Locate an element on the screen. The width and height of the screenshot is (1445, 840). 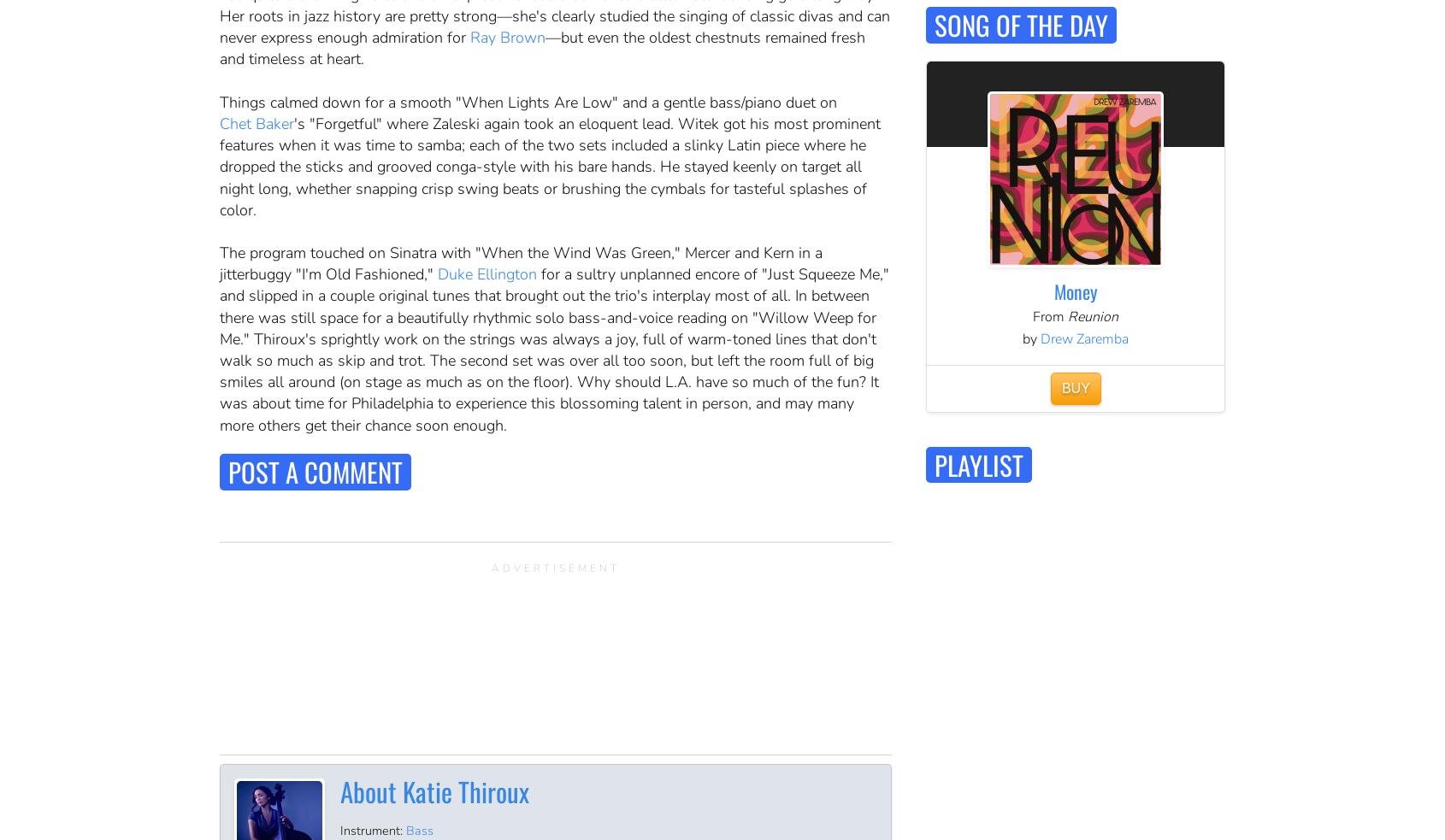
'Chet Baker' is located at coordinates (219, 122).